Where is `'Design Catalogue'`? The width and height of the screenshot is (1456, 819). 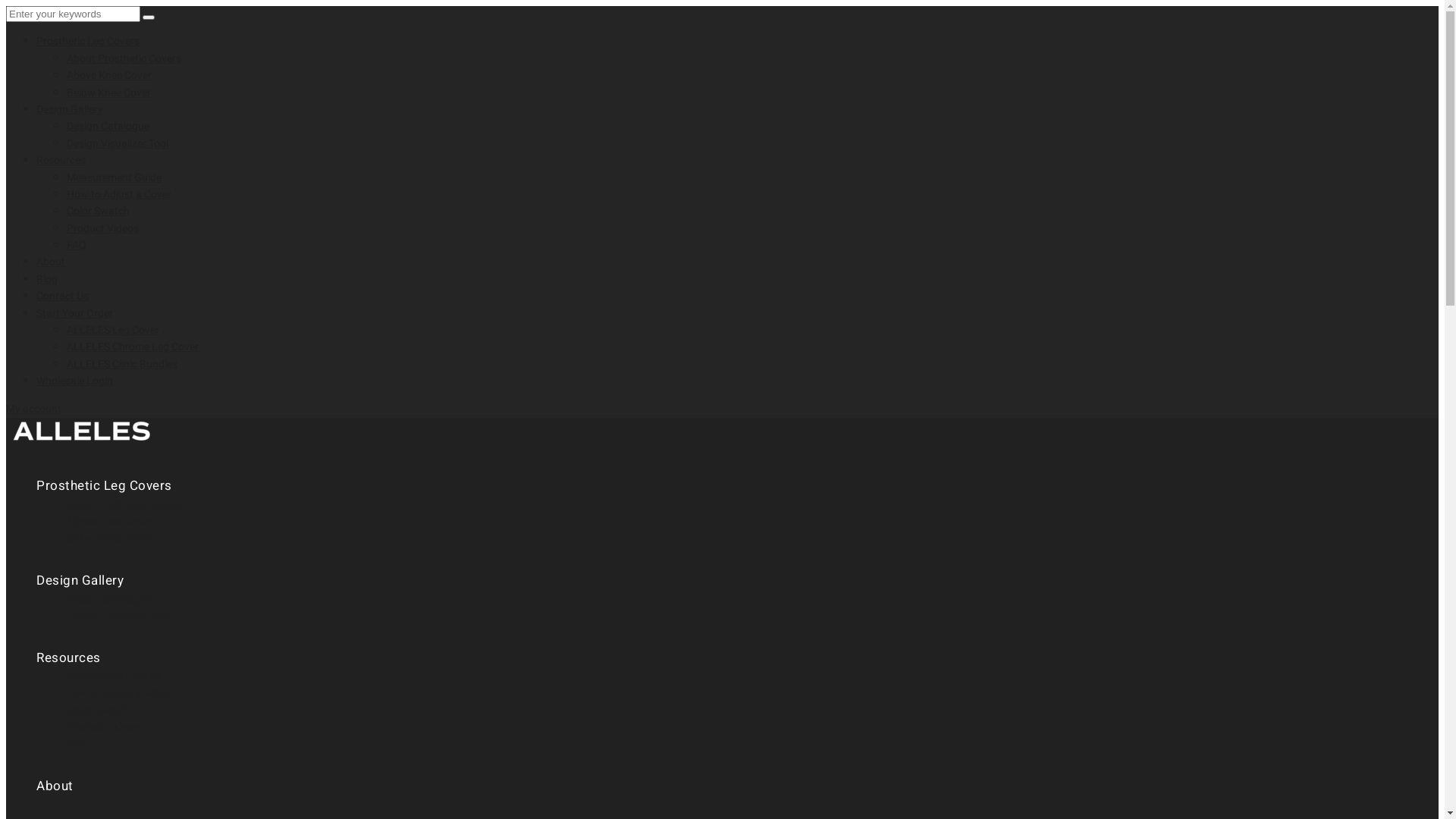 'Design Catalogue' is located at coordinates (107, 125).